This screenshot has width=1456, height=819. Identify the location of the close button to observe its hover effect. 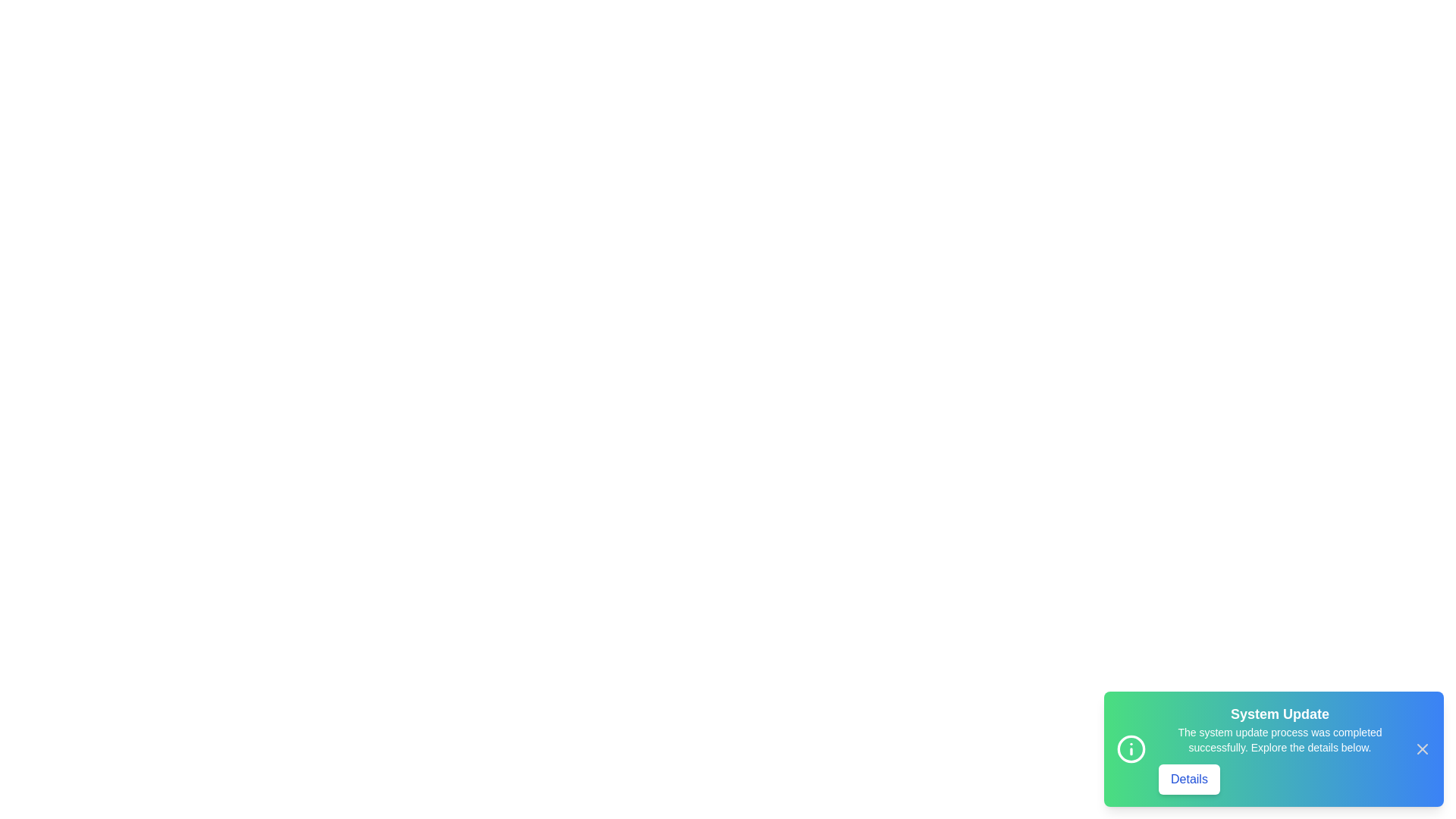
(1422, 748).